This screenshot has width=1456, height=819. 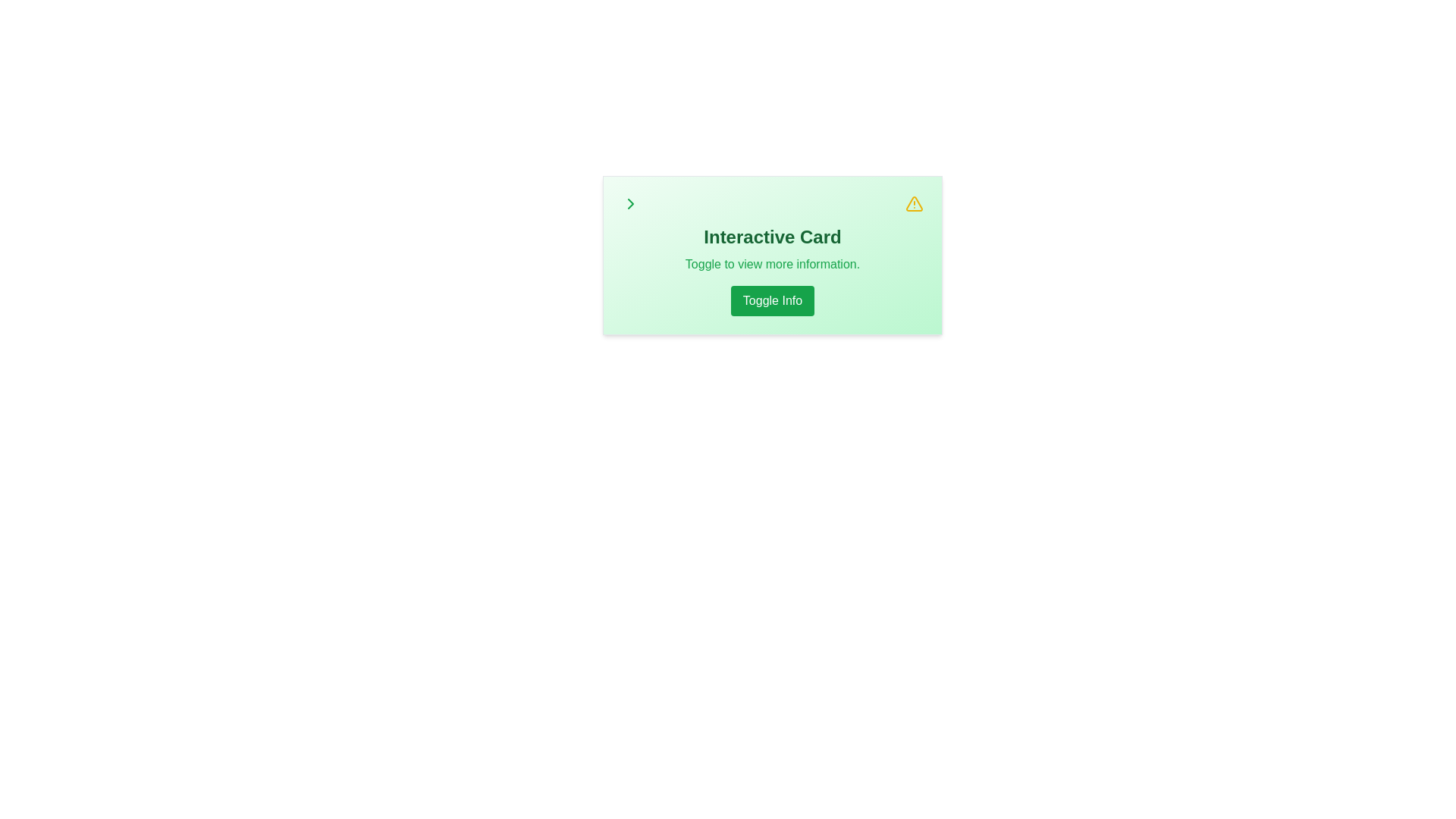 I want to click on the 'Toggle Info' button, which is a rectangular button with rounded edges, green background, and white text, located below the text 'Toggle, so click(x=772, y=301).